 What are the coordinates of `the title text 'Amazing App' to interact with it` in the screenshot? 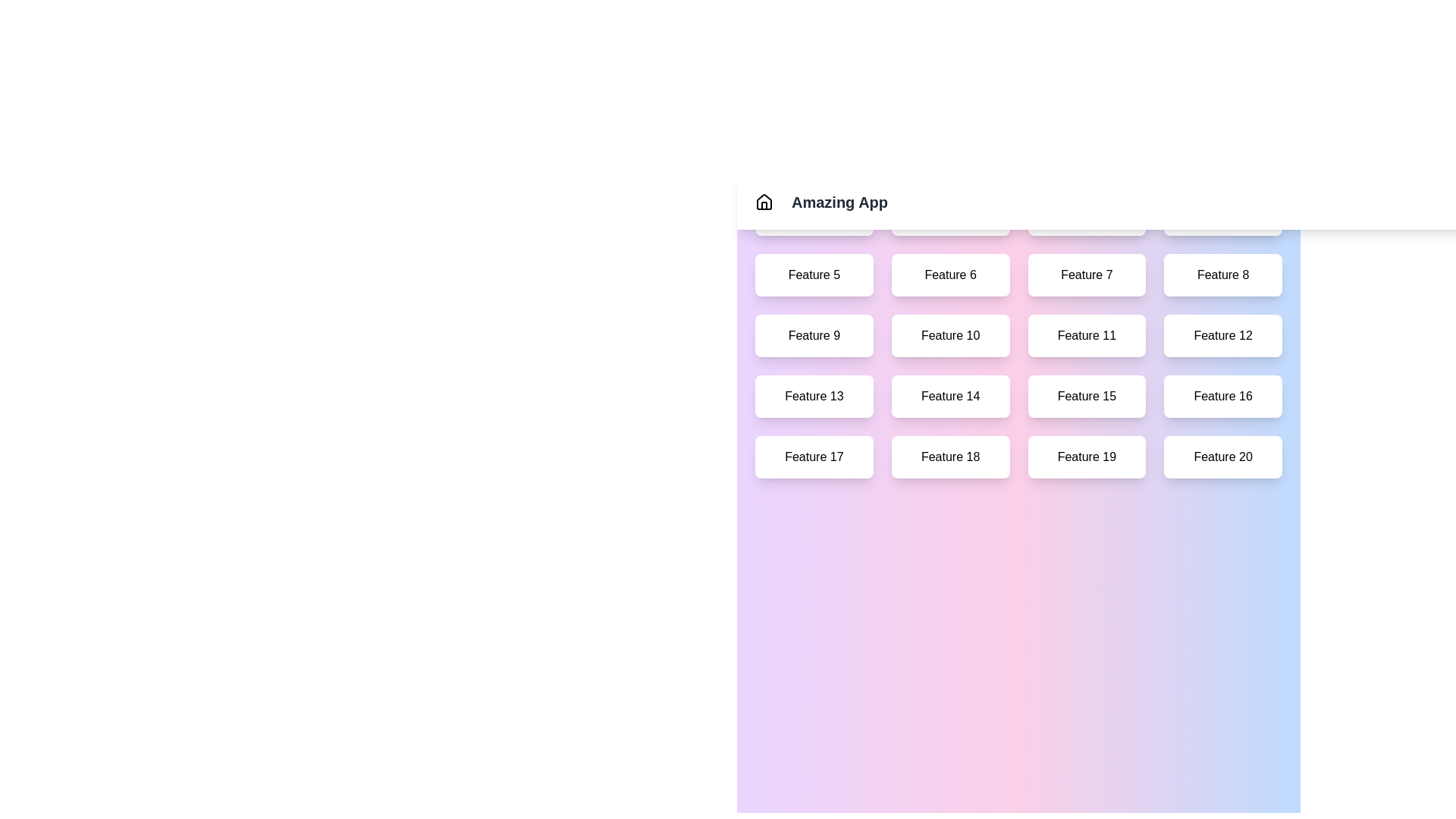 It's located at (839, 201).